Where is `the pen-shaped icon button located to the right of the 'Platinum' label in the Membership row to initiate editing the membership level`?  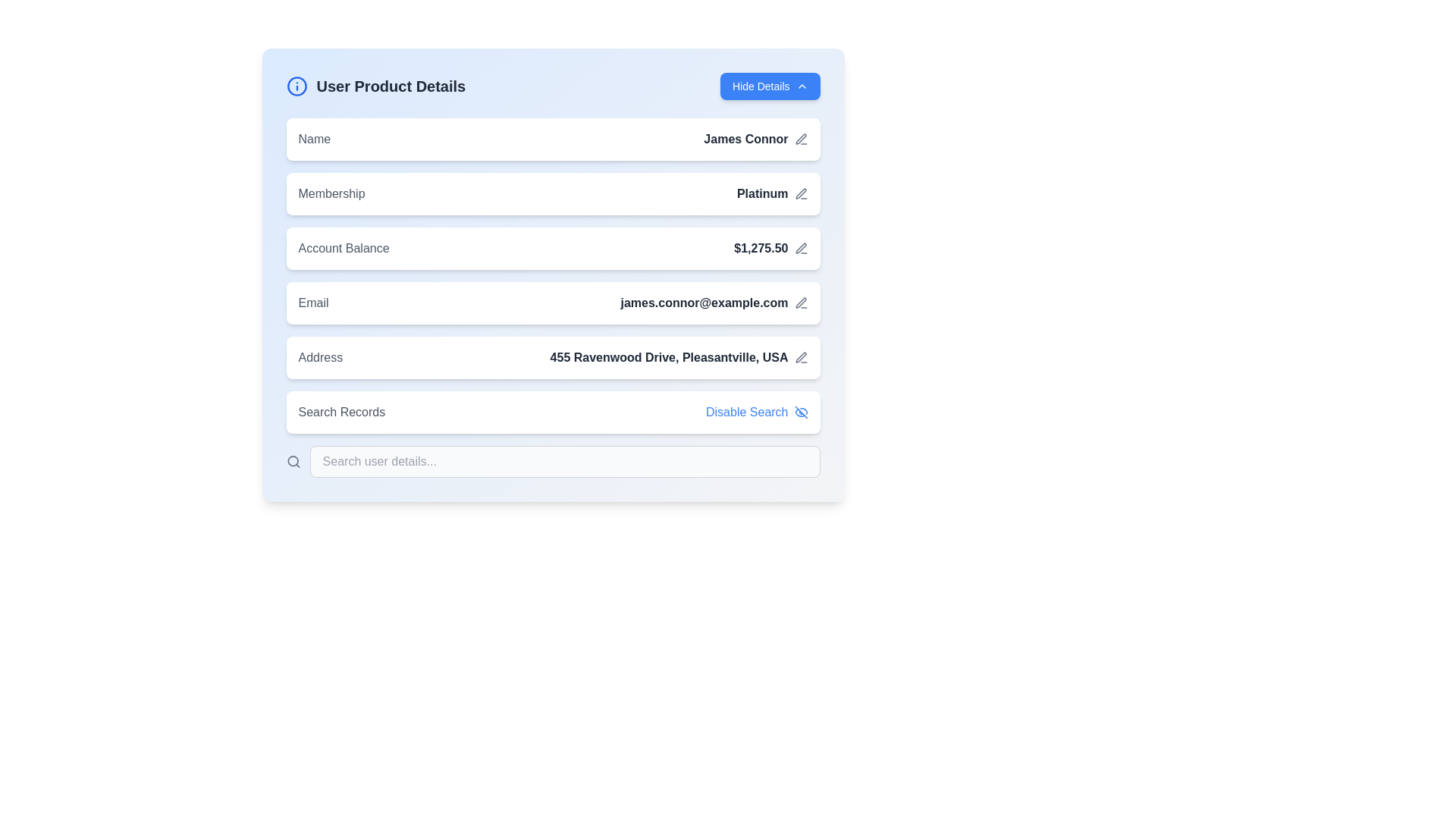
the pen-shaped icon button located to the right of the 'Platinum' label in the Membership row to initiate editing the membership level is located at coordinates (800, 193).